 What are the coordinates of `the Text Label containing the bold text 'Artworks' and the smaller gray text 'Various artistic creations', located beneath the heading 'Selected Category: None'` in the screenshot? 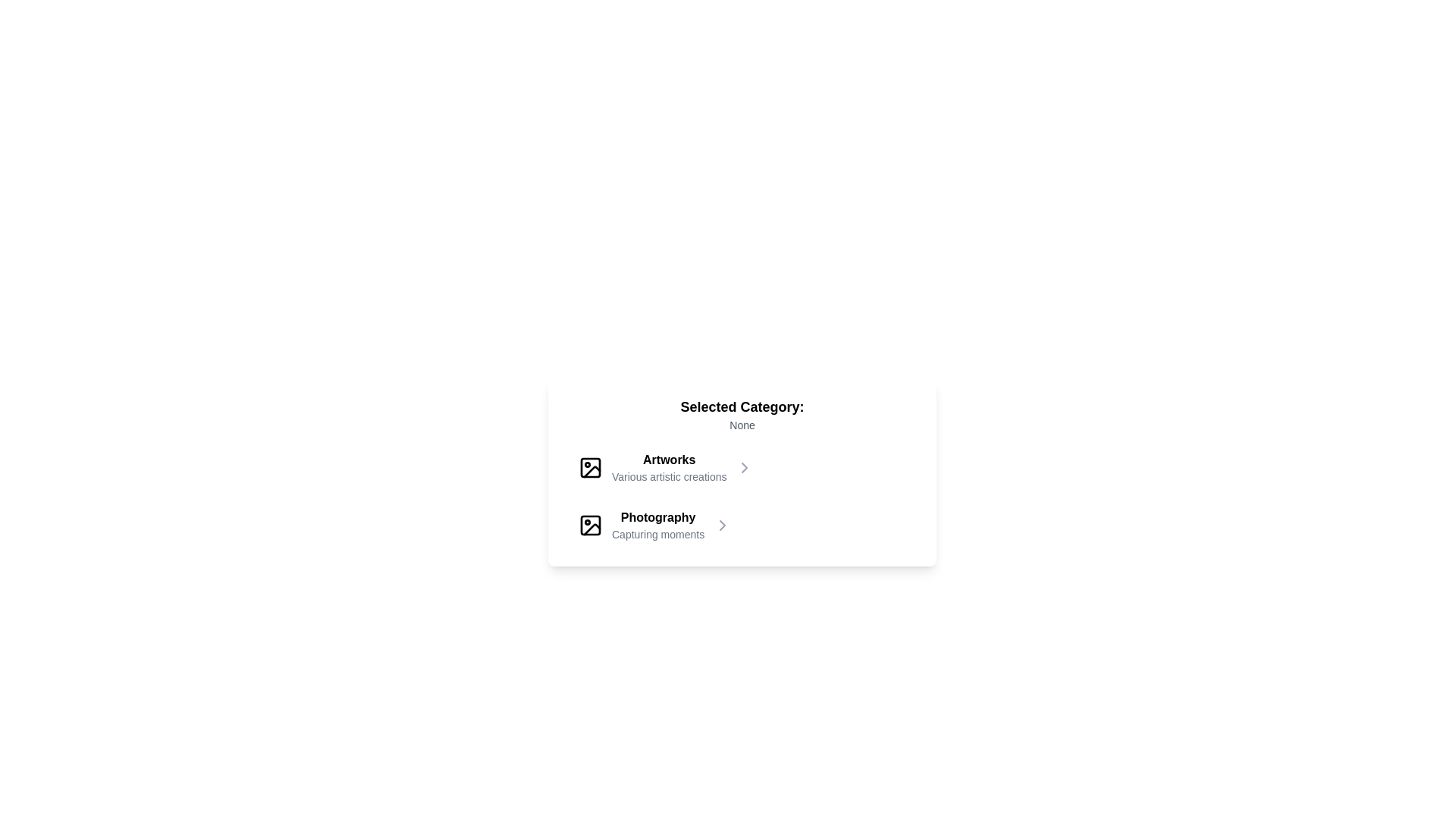 It's located at (668, 467).